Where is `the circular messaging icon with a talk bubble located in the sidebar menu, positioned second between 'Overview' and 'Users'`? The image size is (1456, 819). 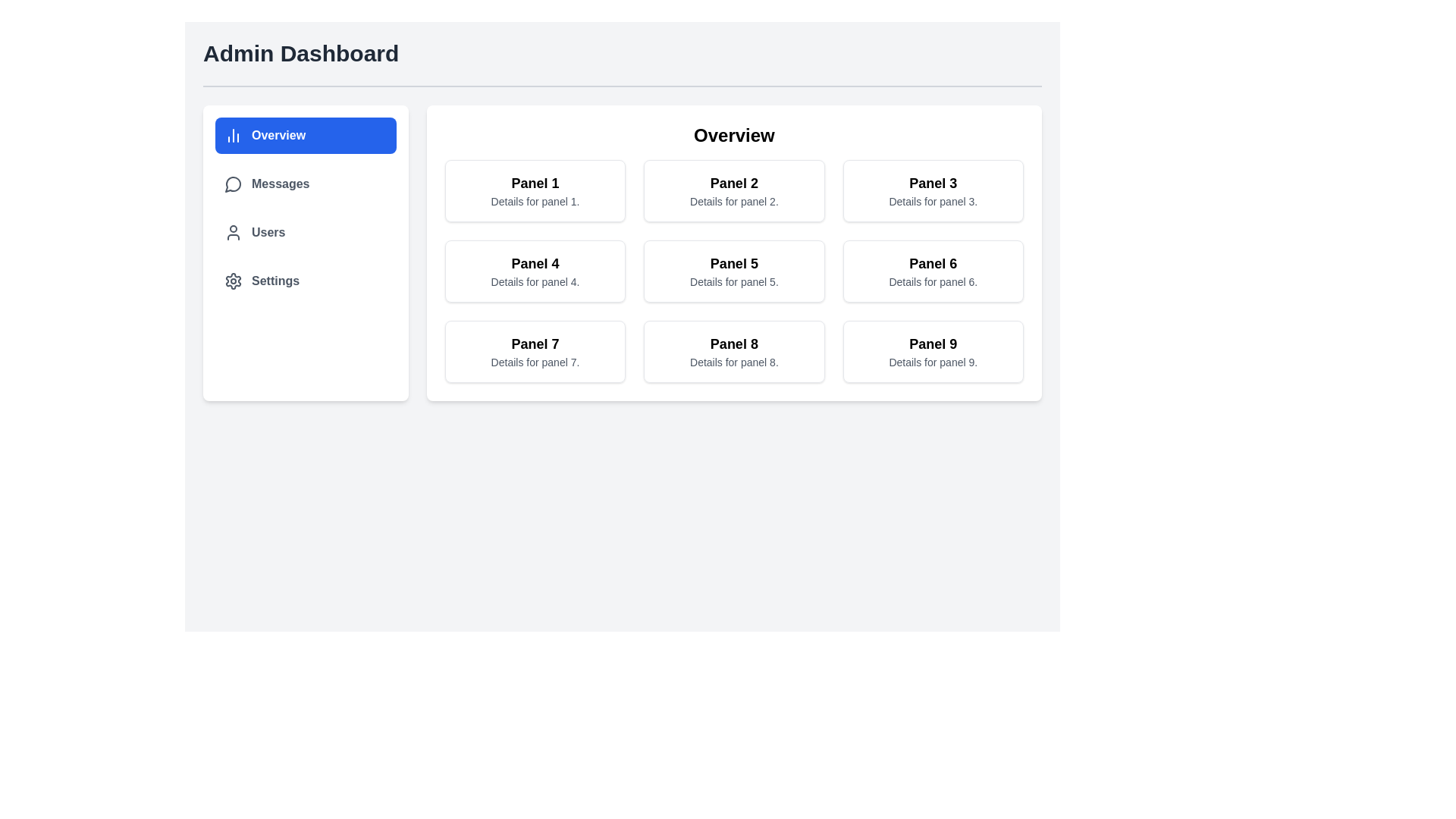 the circular messaging icon with a talk bubble located in the sidebar menu, positioned second between 'Overview' and 'Users' is located at coordinates (232, 184).